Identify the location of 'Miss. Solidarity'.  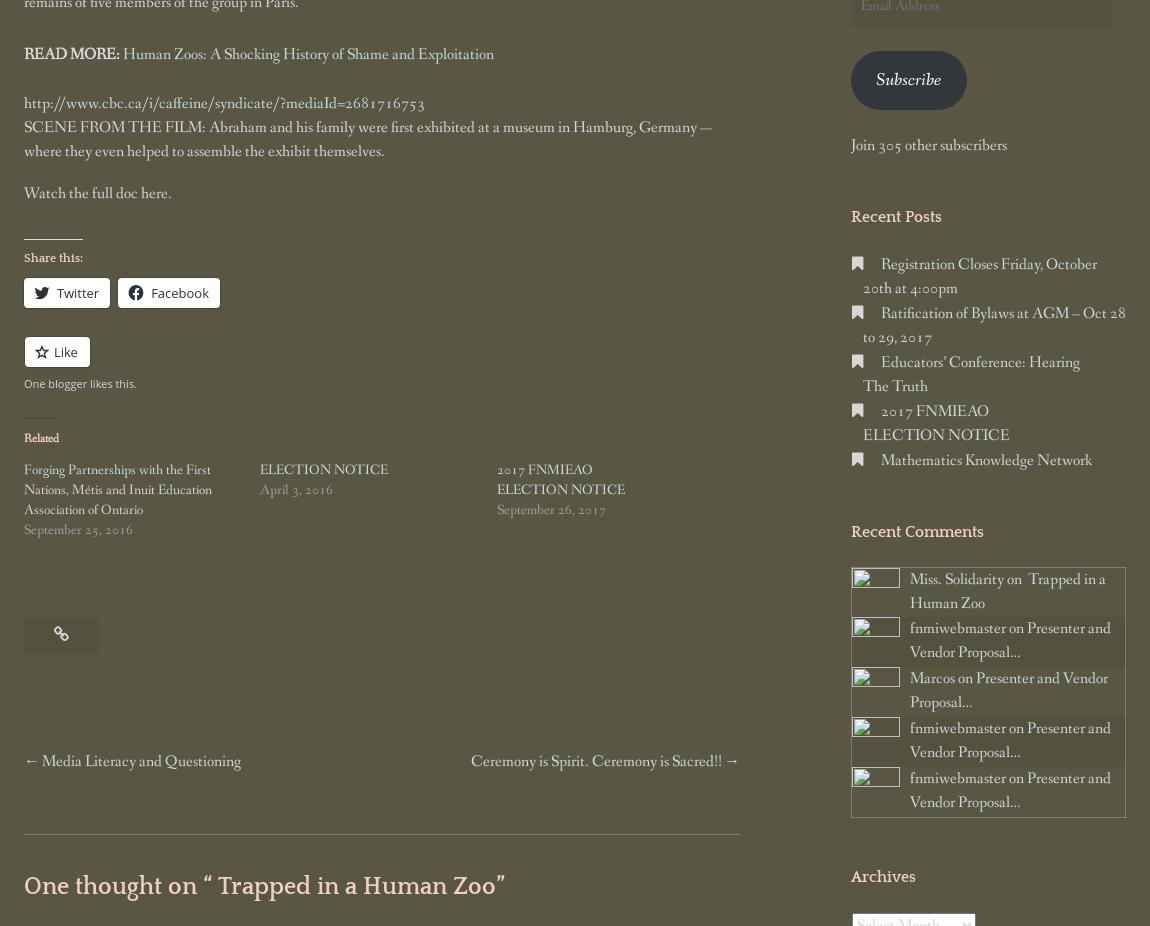
(955, 578).